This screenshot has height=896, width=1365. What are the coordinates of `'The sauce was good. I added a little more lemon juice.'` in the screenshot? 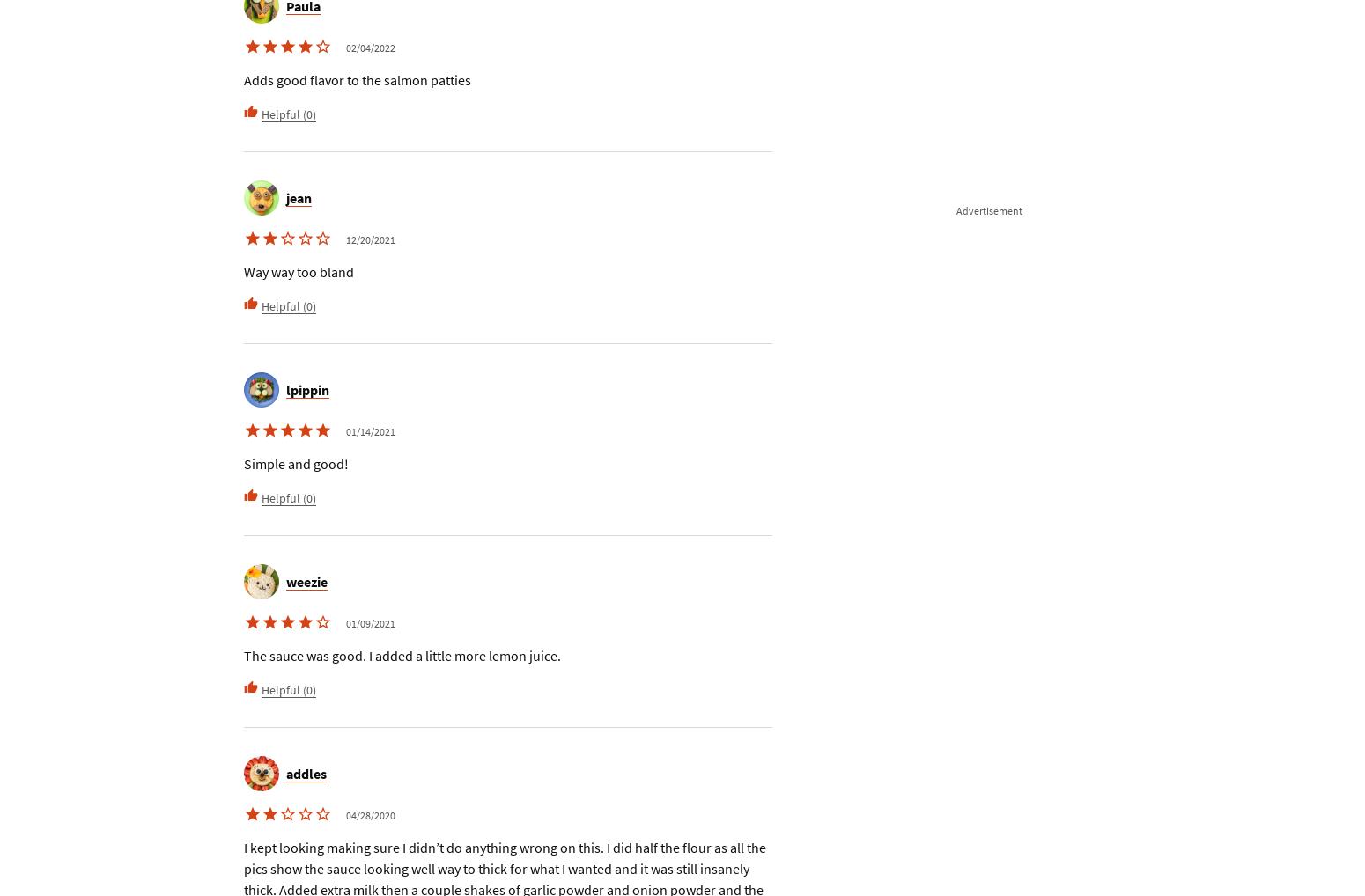 It's located at (402, 654).